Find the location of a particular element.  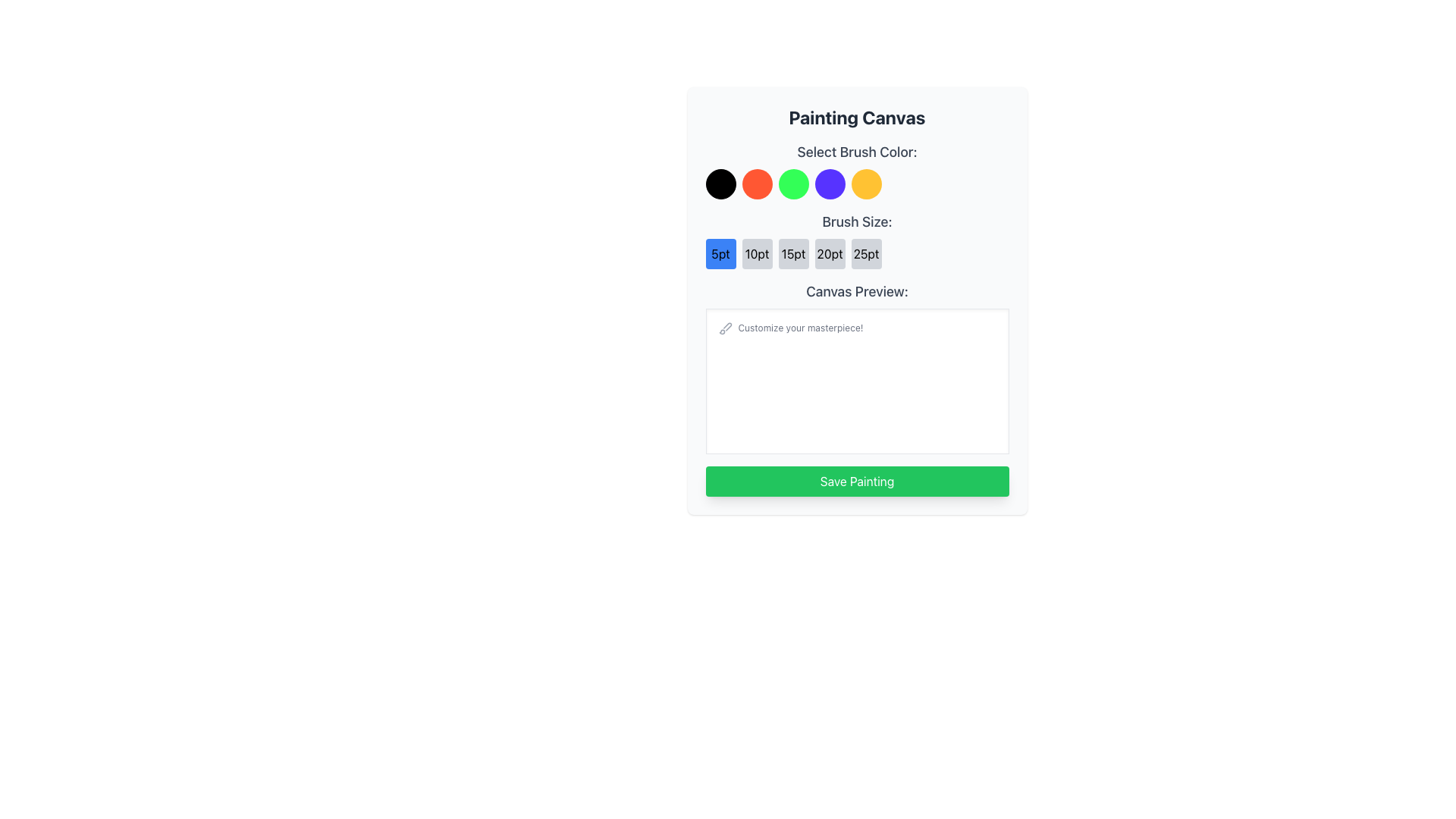

the small grey brush icon located at the upper-left corner of the description box that contains the text 'Customize your masterpiece!' is located at coordinates (724, 327).